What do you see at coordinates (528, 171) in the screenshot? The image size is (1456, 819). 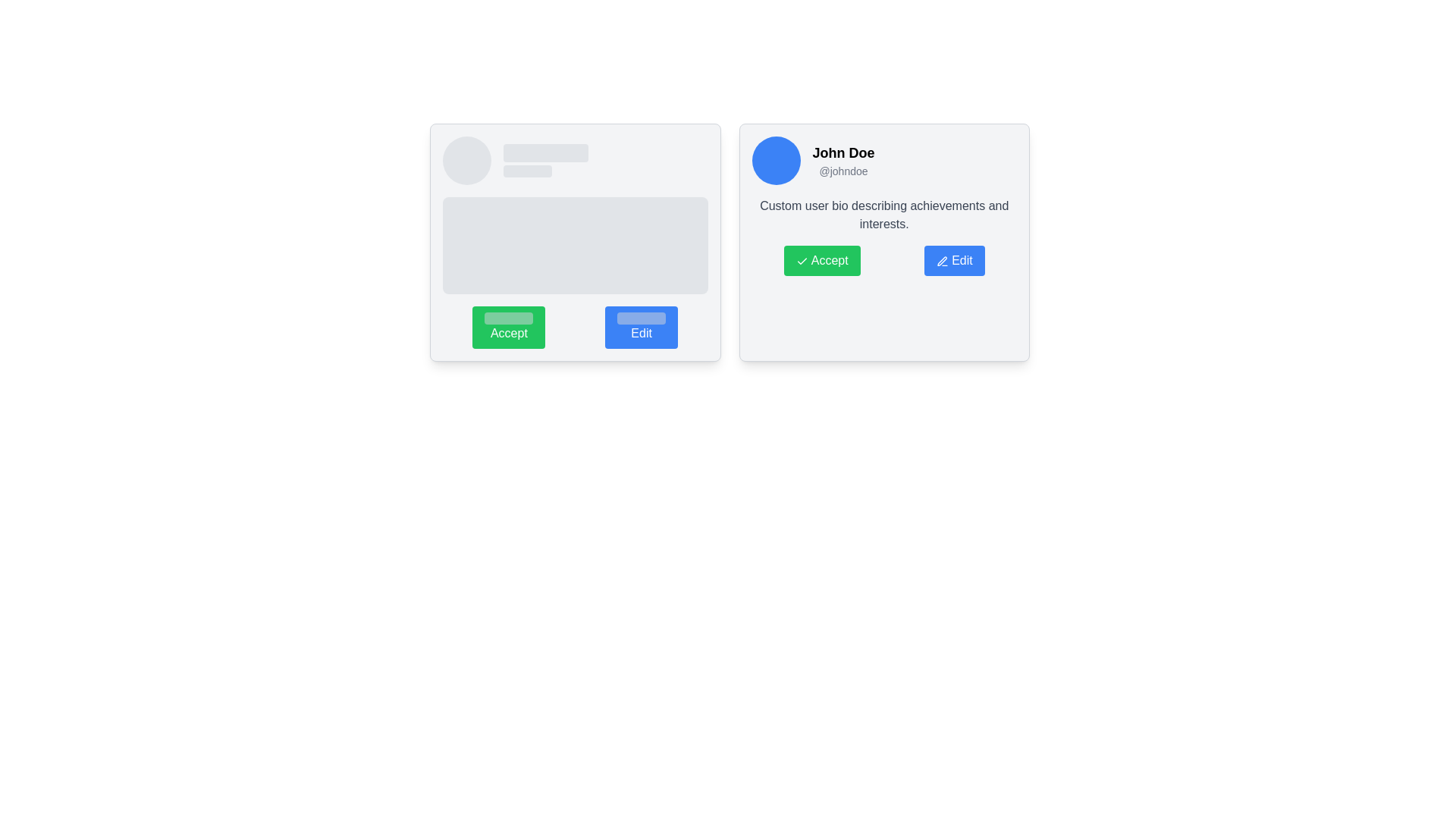 I see `the Placeholder block located in the top section of a card-like interface, which visually represents content not currently displayed, and is aligned horizontally centered below a longer rectangular element` at bounding box center [528, 171].